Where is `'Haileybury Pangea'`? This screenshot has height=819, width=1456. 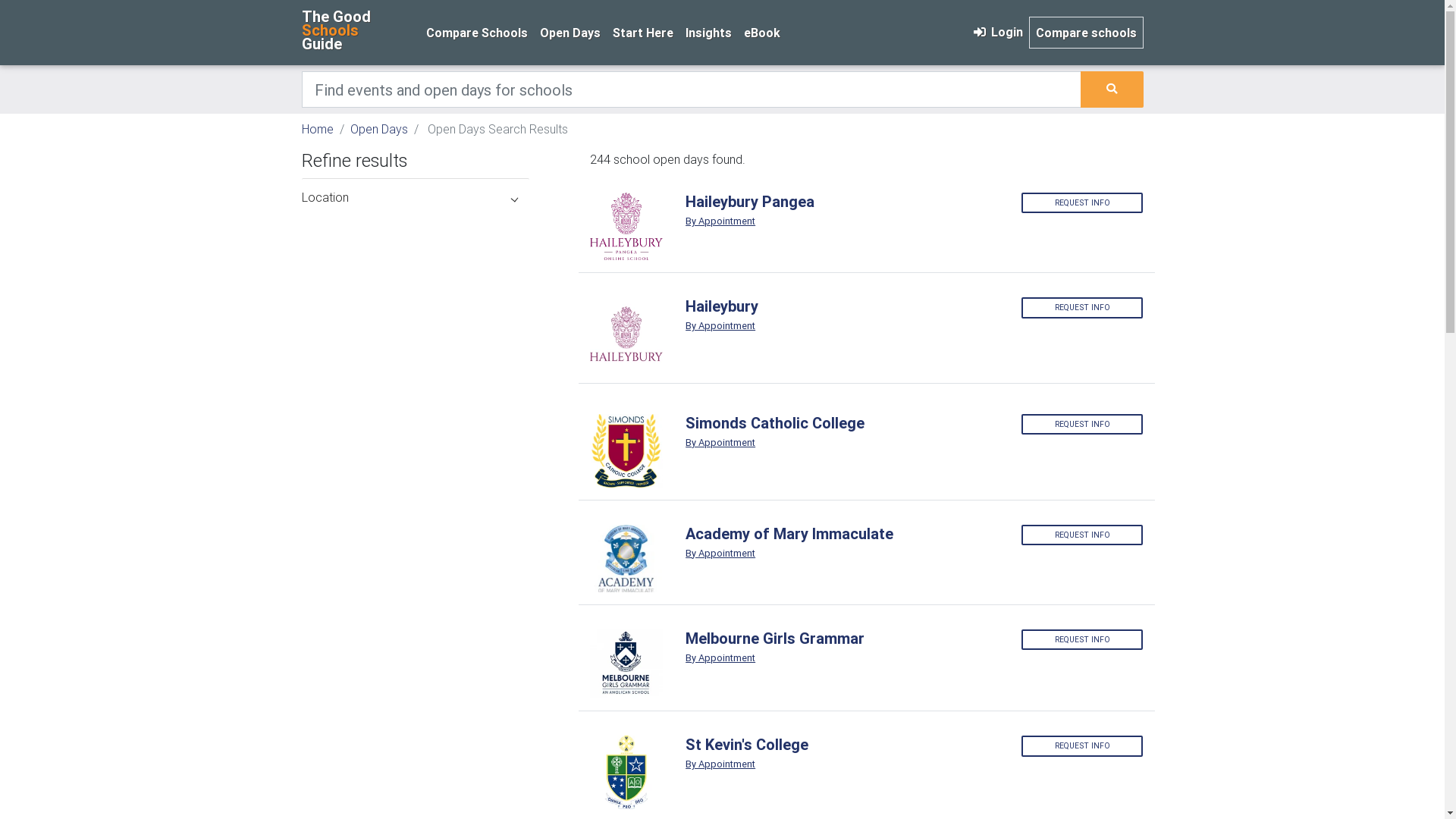
'Haileybury Pangea' is located at coordinates (841, 201).